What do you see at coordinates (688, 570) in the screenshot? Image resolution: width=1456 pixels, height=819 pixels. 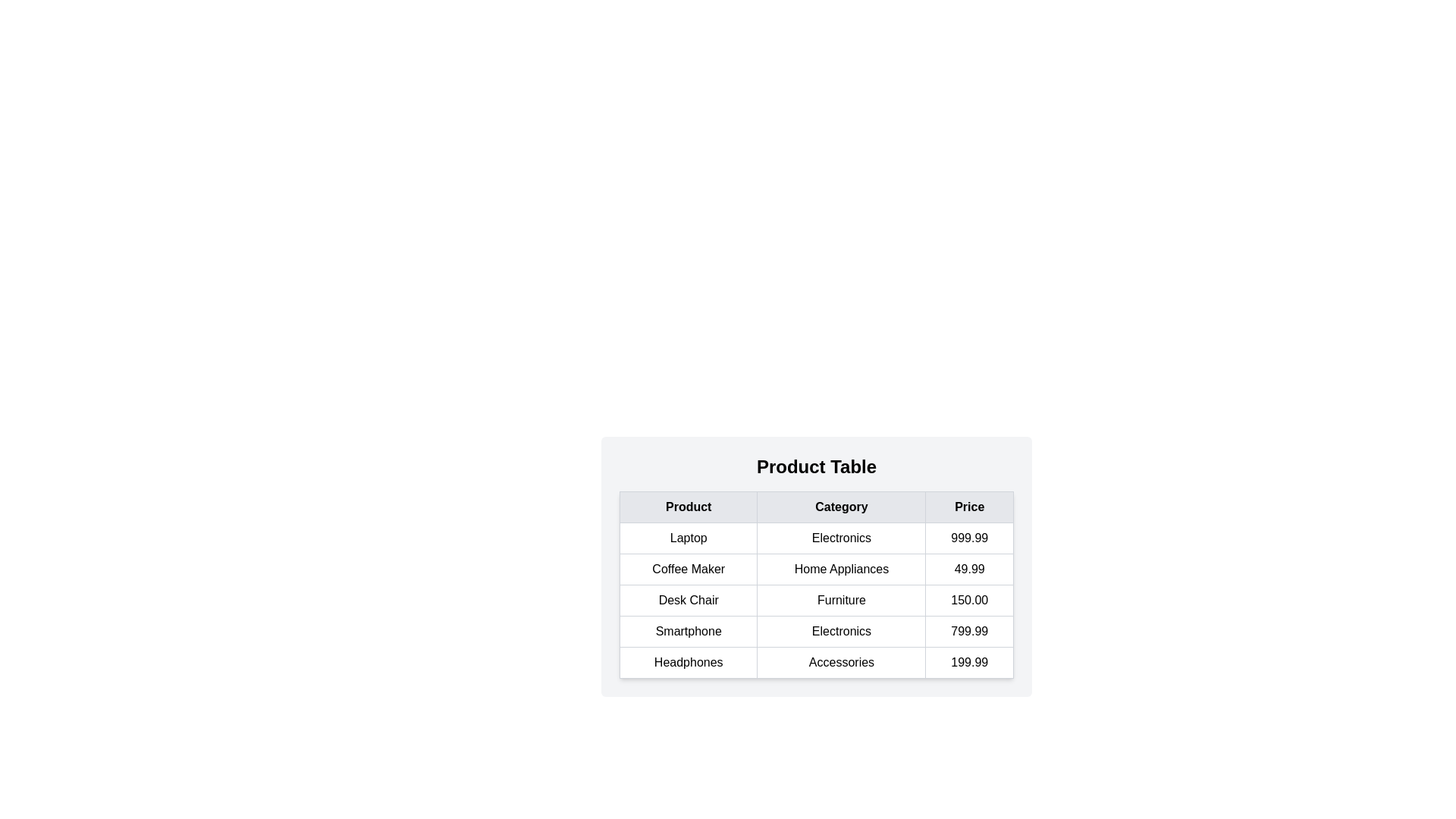 I see `the 'Coffee Maker' text label located in the 'Product' column of the second row, which has a standard black font and is styled with padding and a border` at bounding box center [688, 570].